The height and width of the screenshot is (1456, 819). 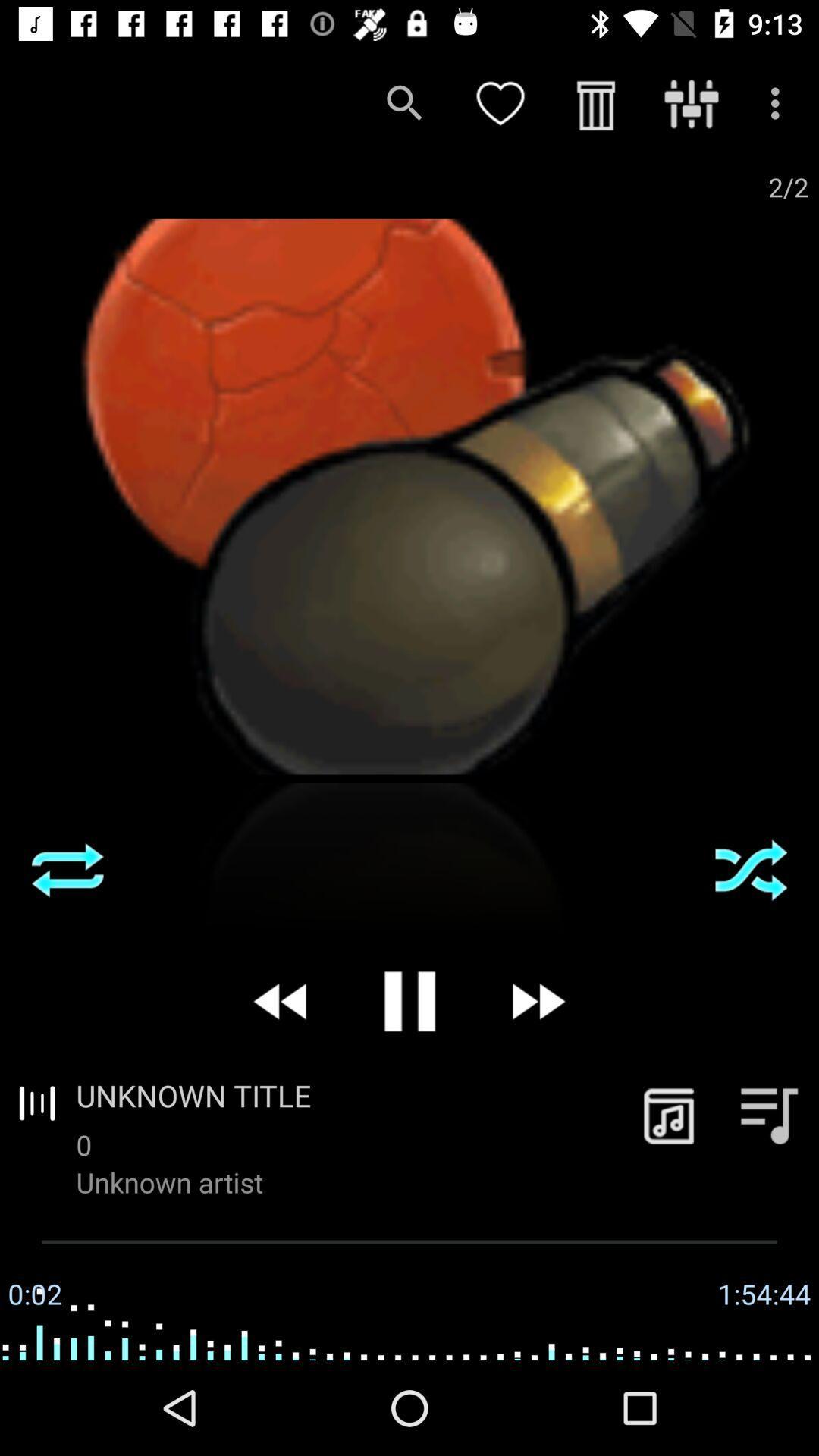 I want to click on the item on the left, so click(x=67, y=870).